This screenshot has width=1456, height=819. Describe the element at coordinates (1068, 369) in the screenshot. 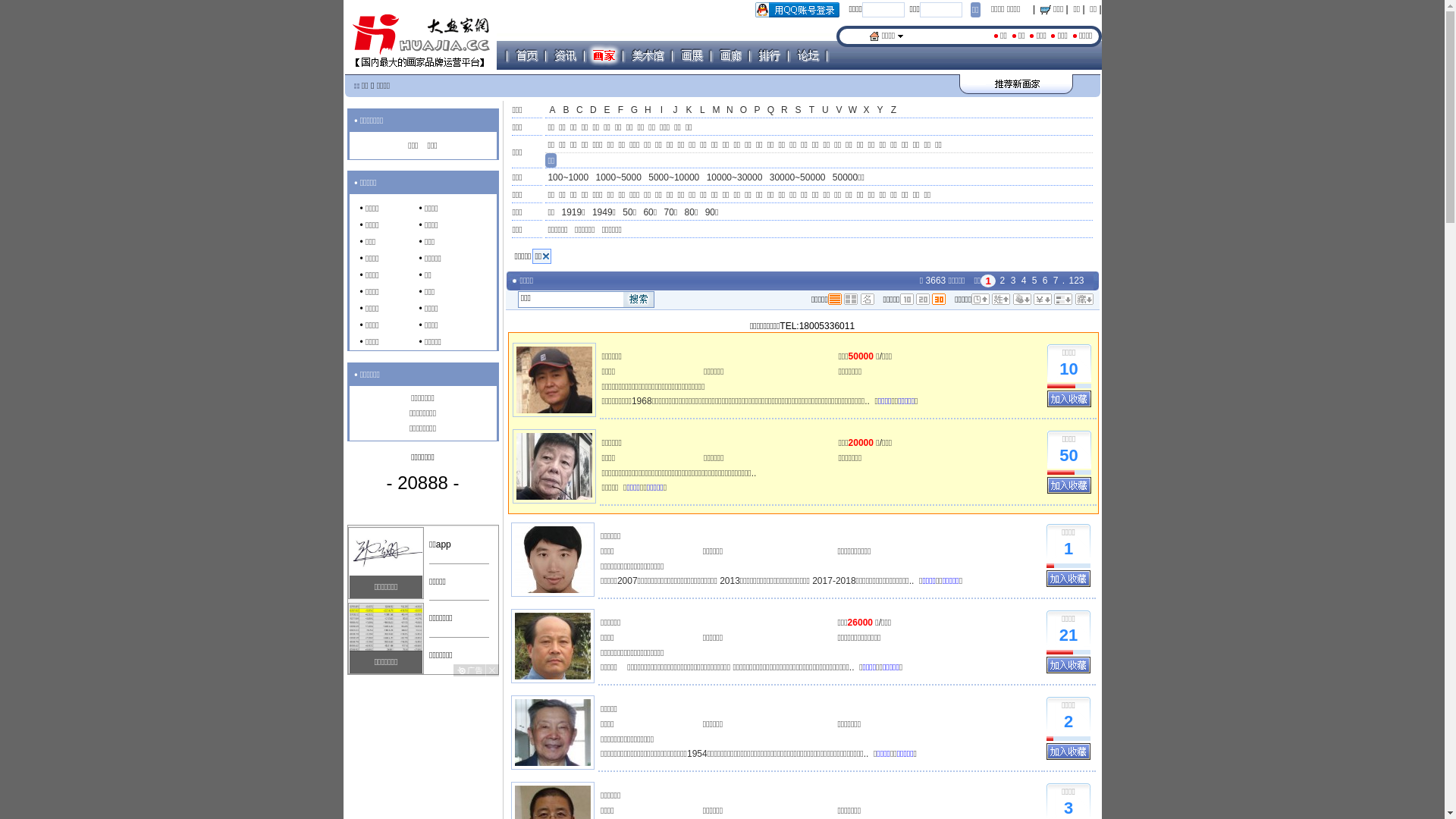

I see `'10'` at that location.